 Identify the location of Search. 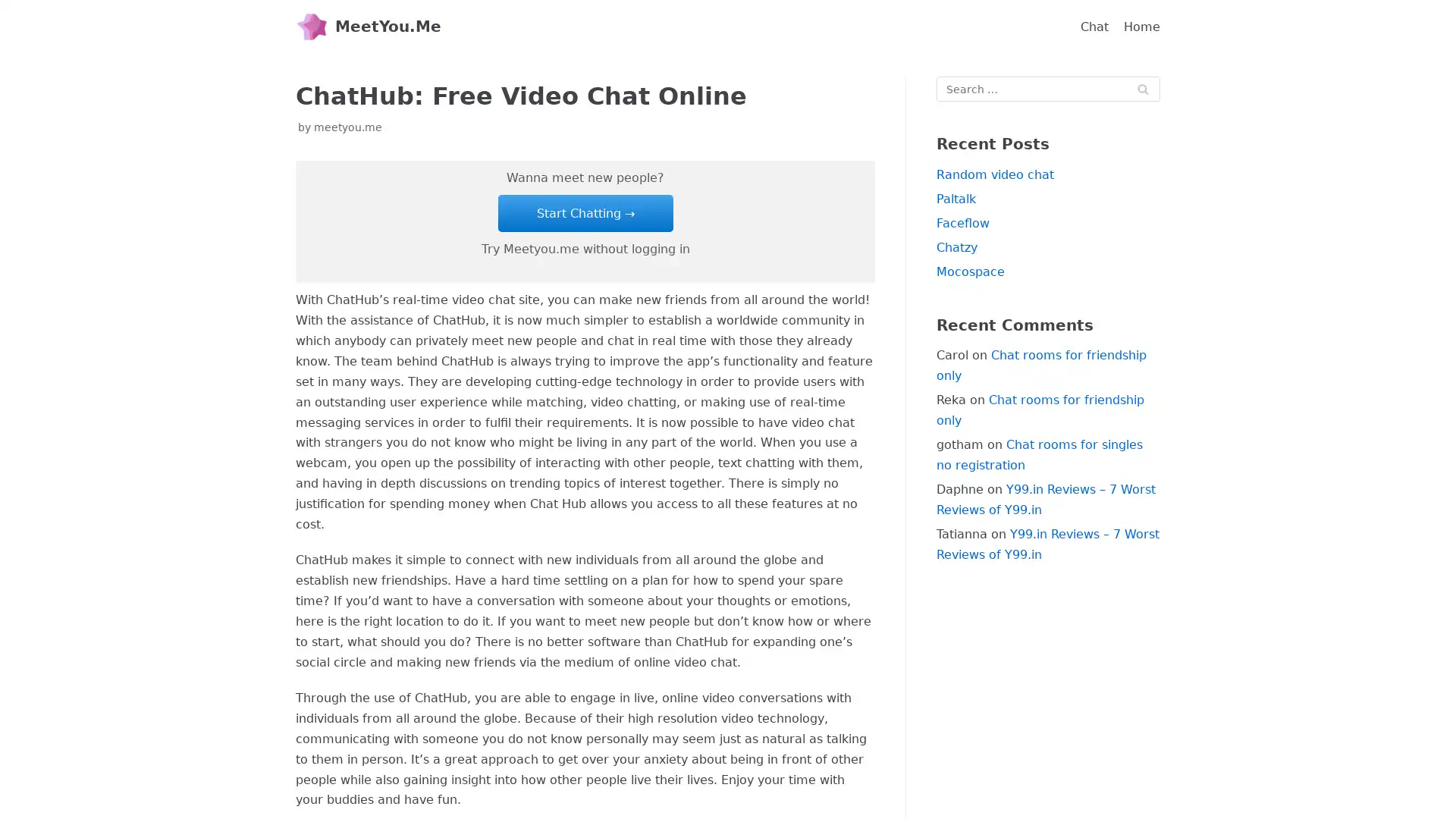
(1143, 89).